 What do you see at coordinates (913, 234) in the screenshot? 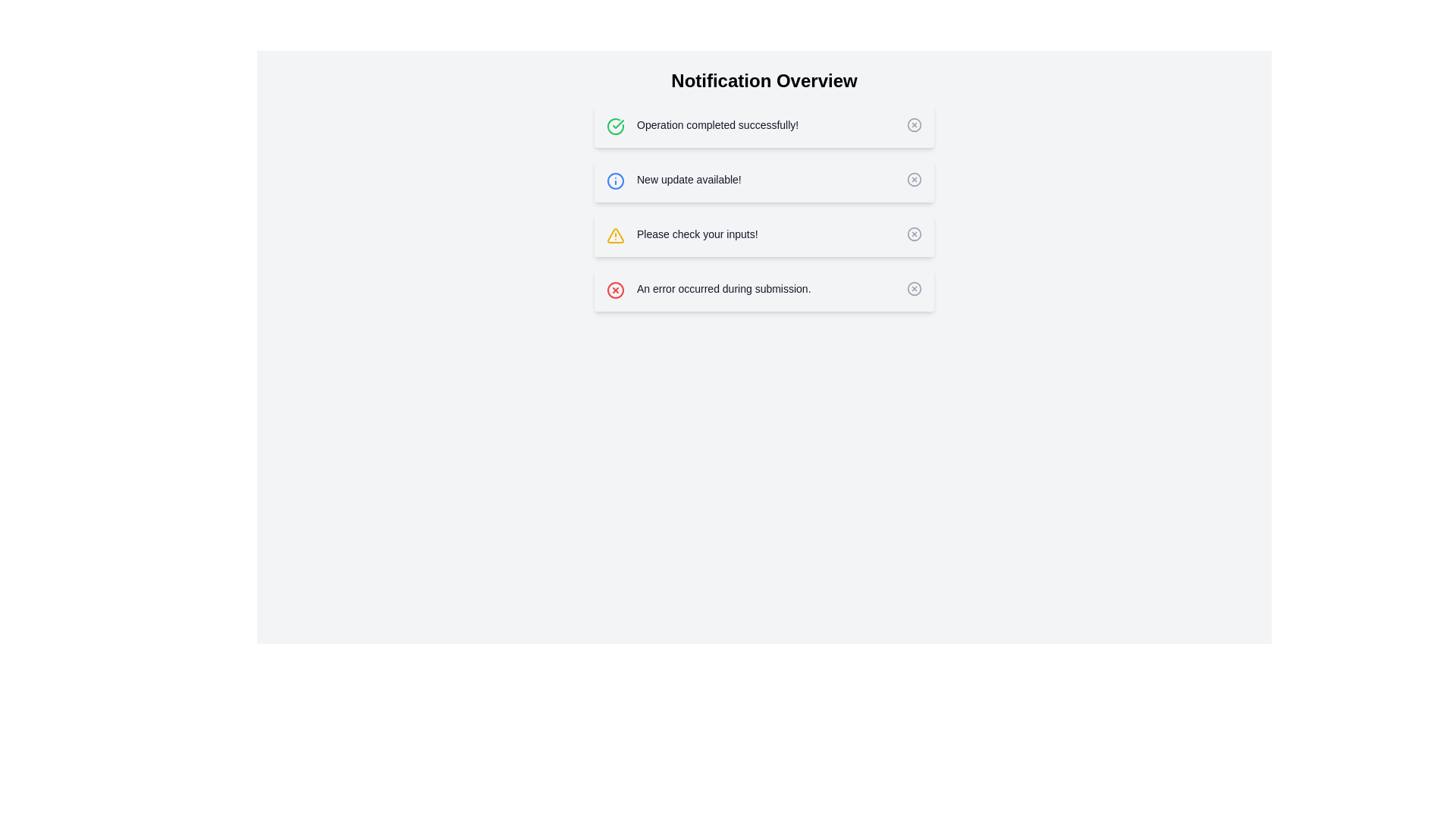
I see `the close button located in the third notification item displaying 'Please check your inputs!'` at bounding box center [913, 234].